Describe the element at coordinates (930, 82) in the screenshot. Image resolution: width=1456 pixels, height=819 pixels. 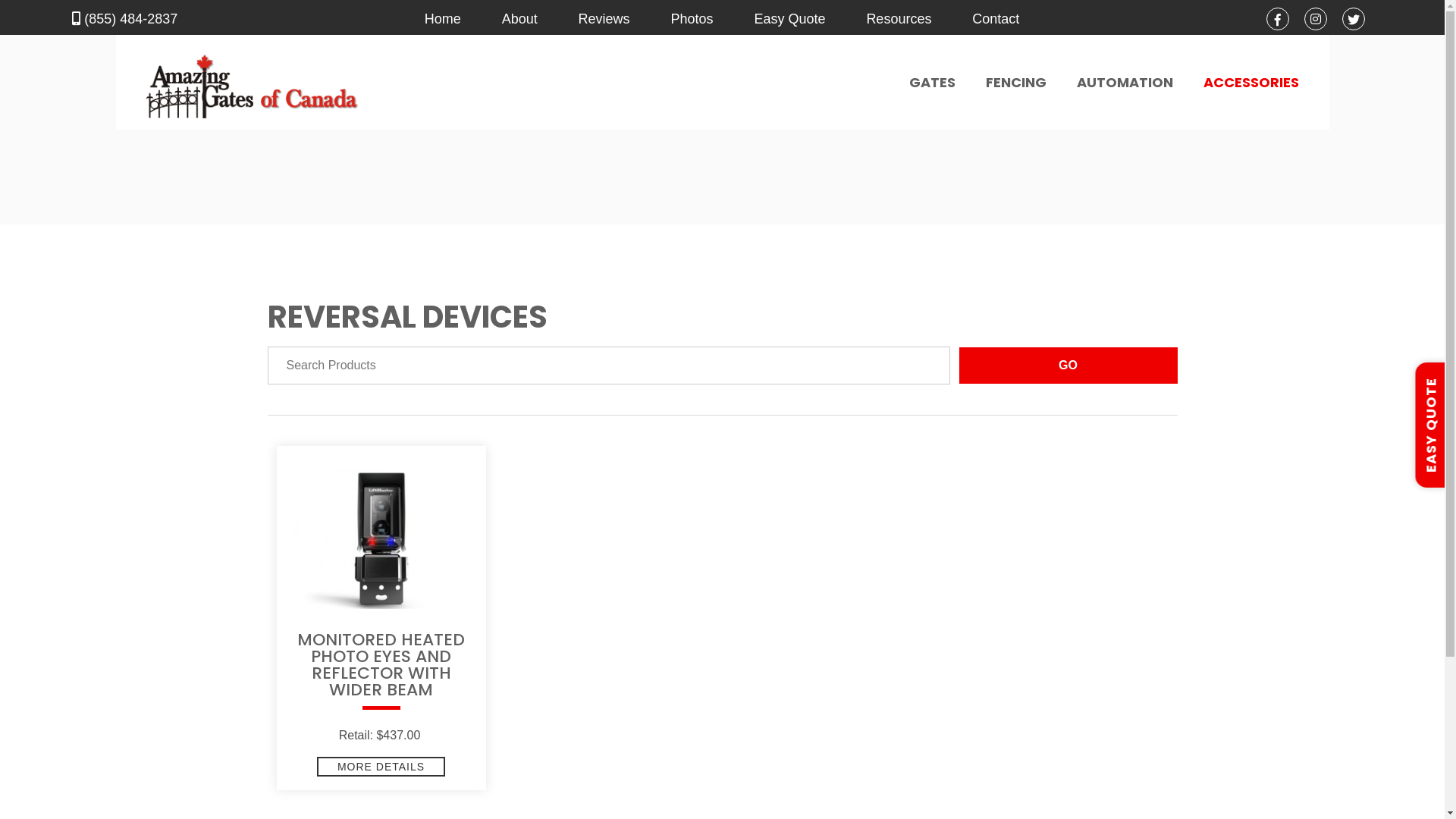
I see `'GATES'` at that location.